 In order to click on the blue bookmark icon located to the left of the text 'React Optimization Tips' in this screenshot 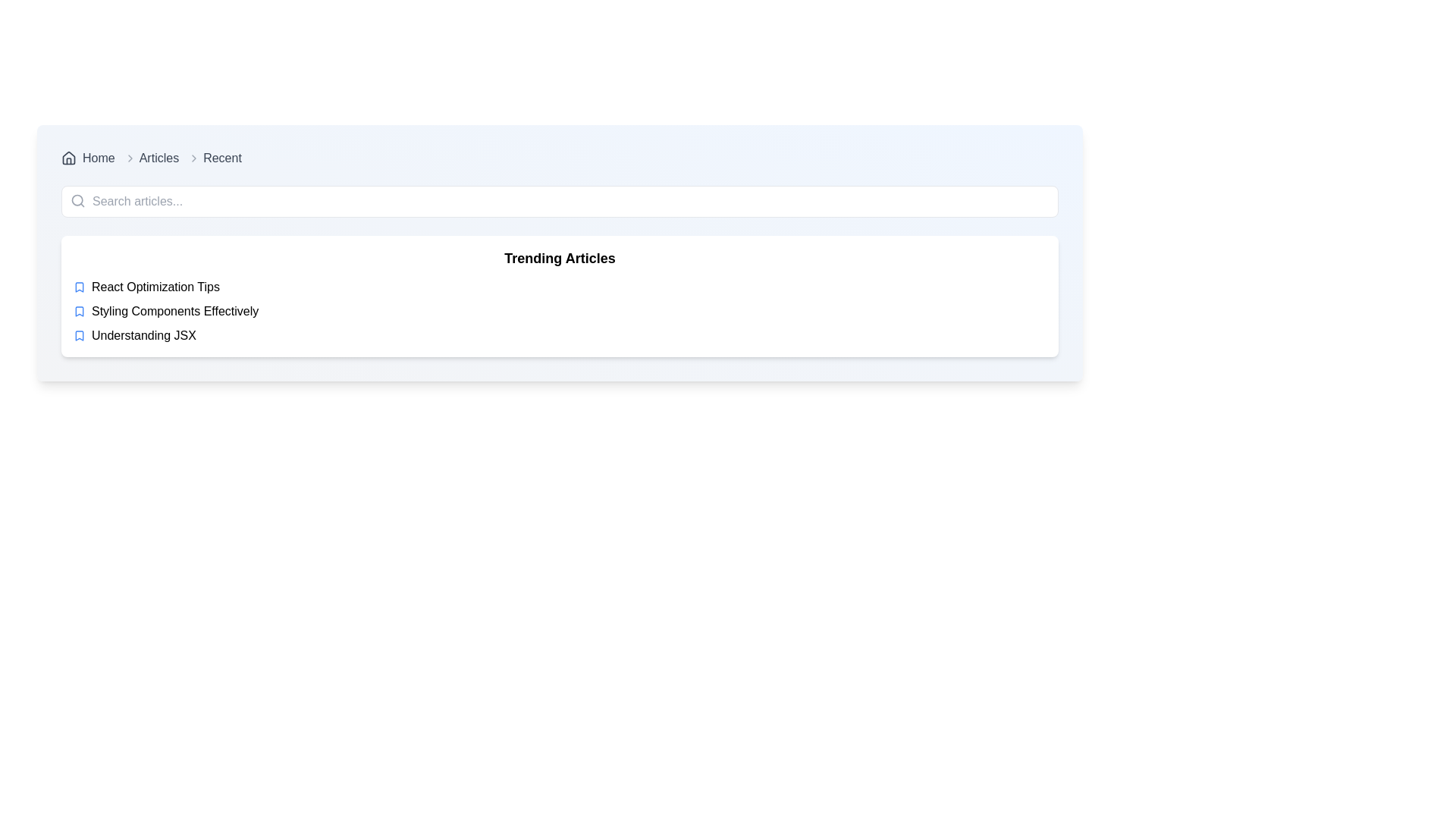, I will do `click(79, 287)`.